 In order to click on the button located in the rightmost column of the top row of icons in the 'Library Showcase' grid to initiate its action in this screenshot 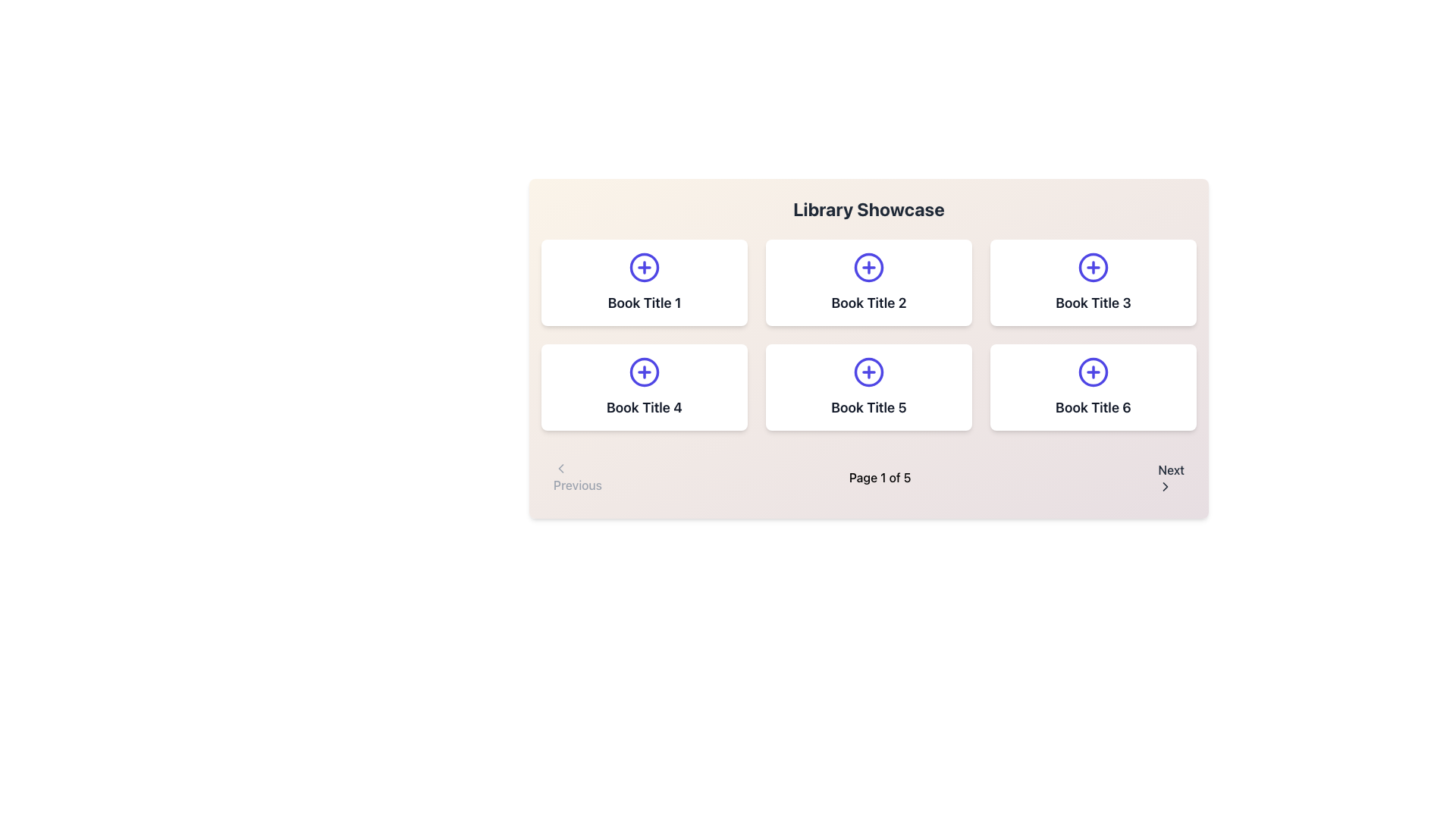, I will do `click(1093, 267)`.